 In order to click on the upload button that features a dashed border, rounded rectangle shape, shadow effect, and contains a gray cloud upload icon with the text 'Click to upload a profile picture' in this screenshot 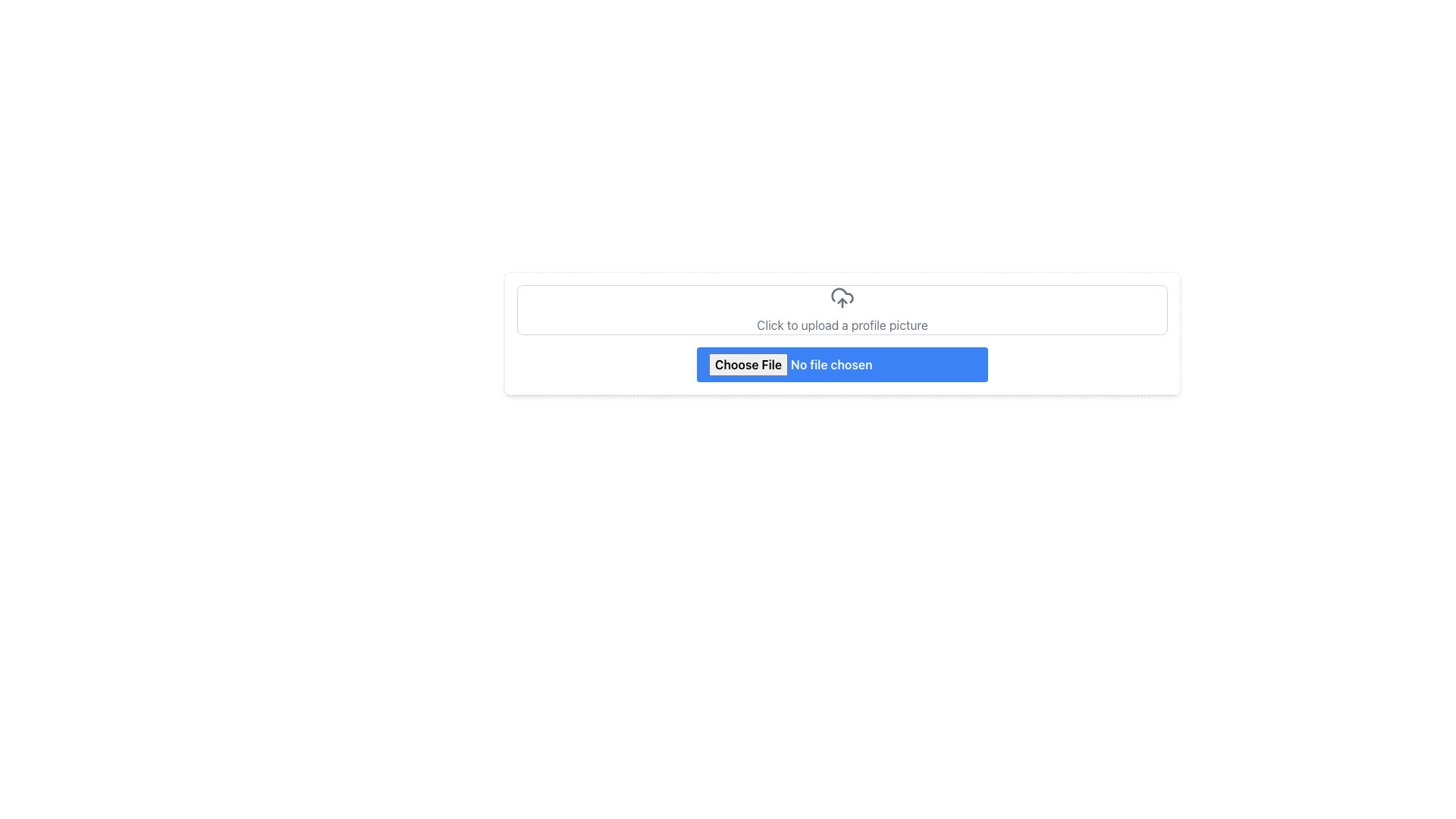, I will do `click(841, 332)`.